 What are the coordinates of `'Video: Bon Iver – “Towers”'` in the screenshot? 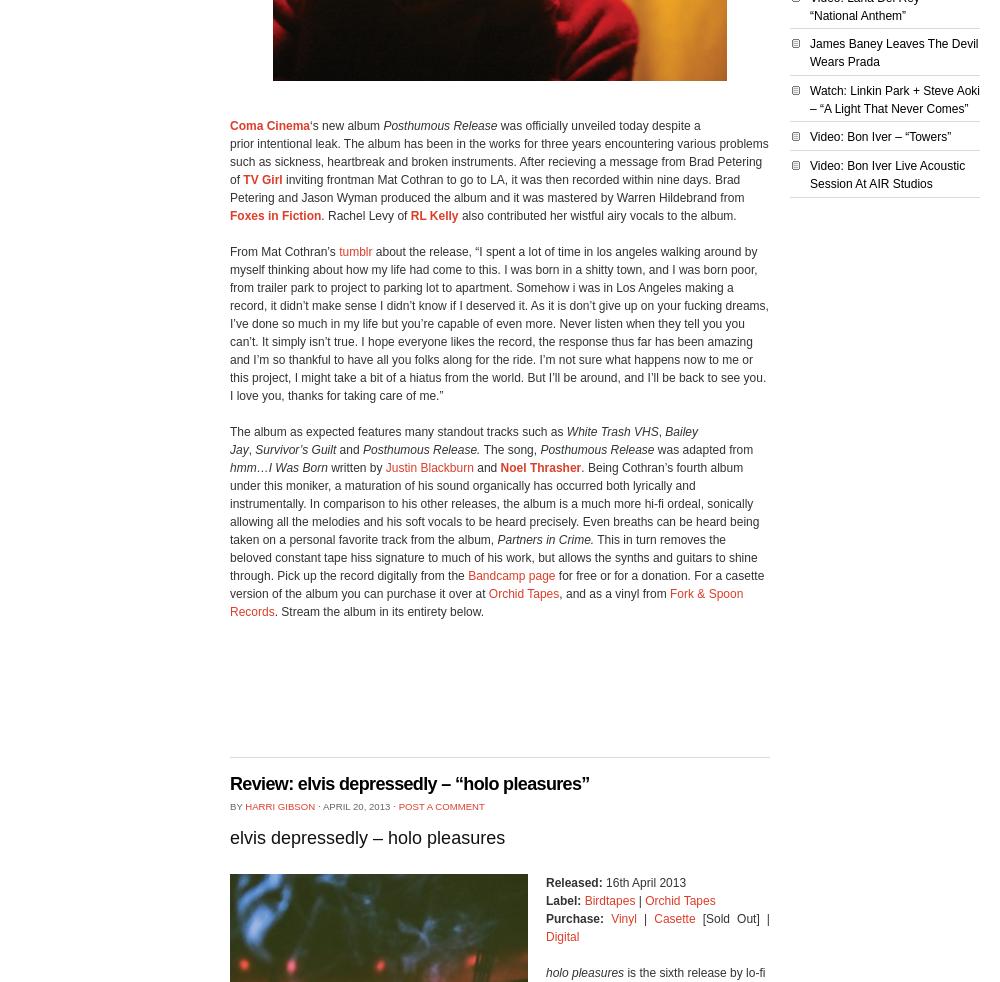 It's located at (880, 135).